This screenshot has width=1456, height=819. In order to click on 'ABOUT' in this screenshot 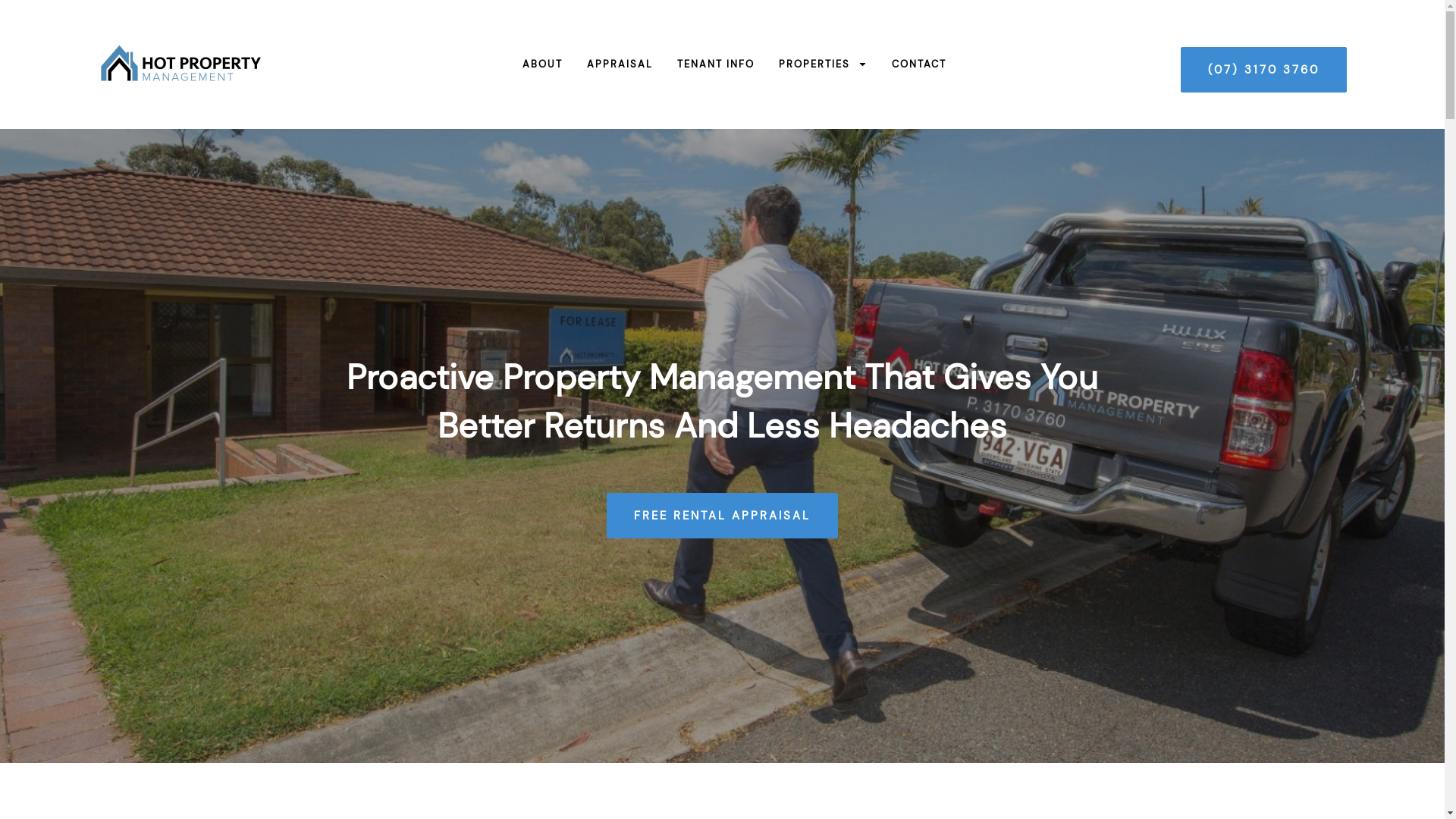, I will do `click(530, 63)`.